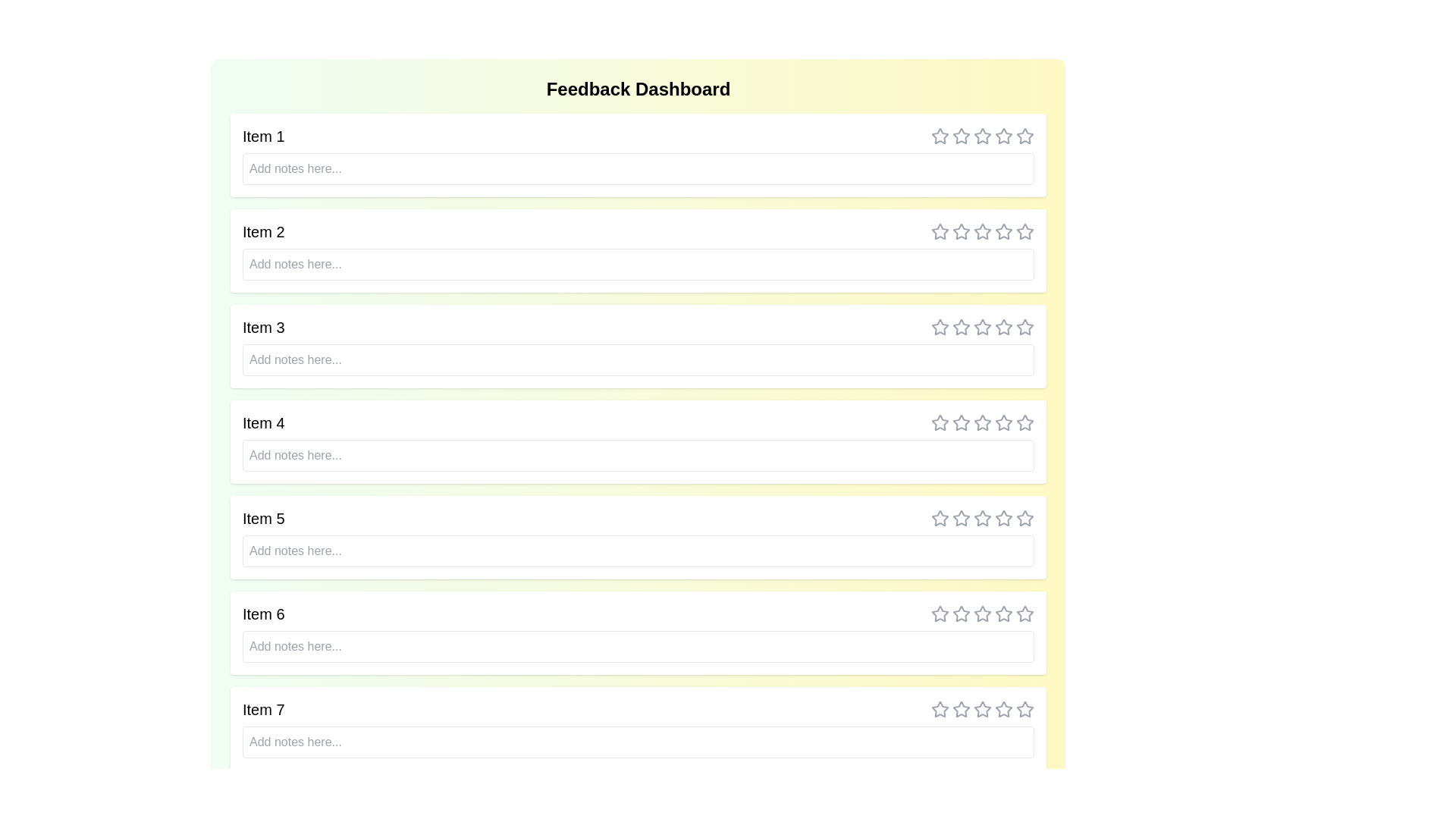 The image size is (1456, 819). Describe the element at coordinates (939, 136) in the screenshot. I see `the rating for an item to 1 stars` at that location.